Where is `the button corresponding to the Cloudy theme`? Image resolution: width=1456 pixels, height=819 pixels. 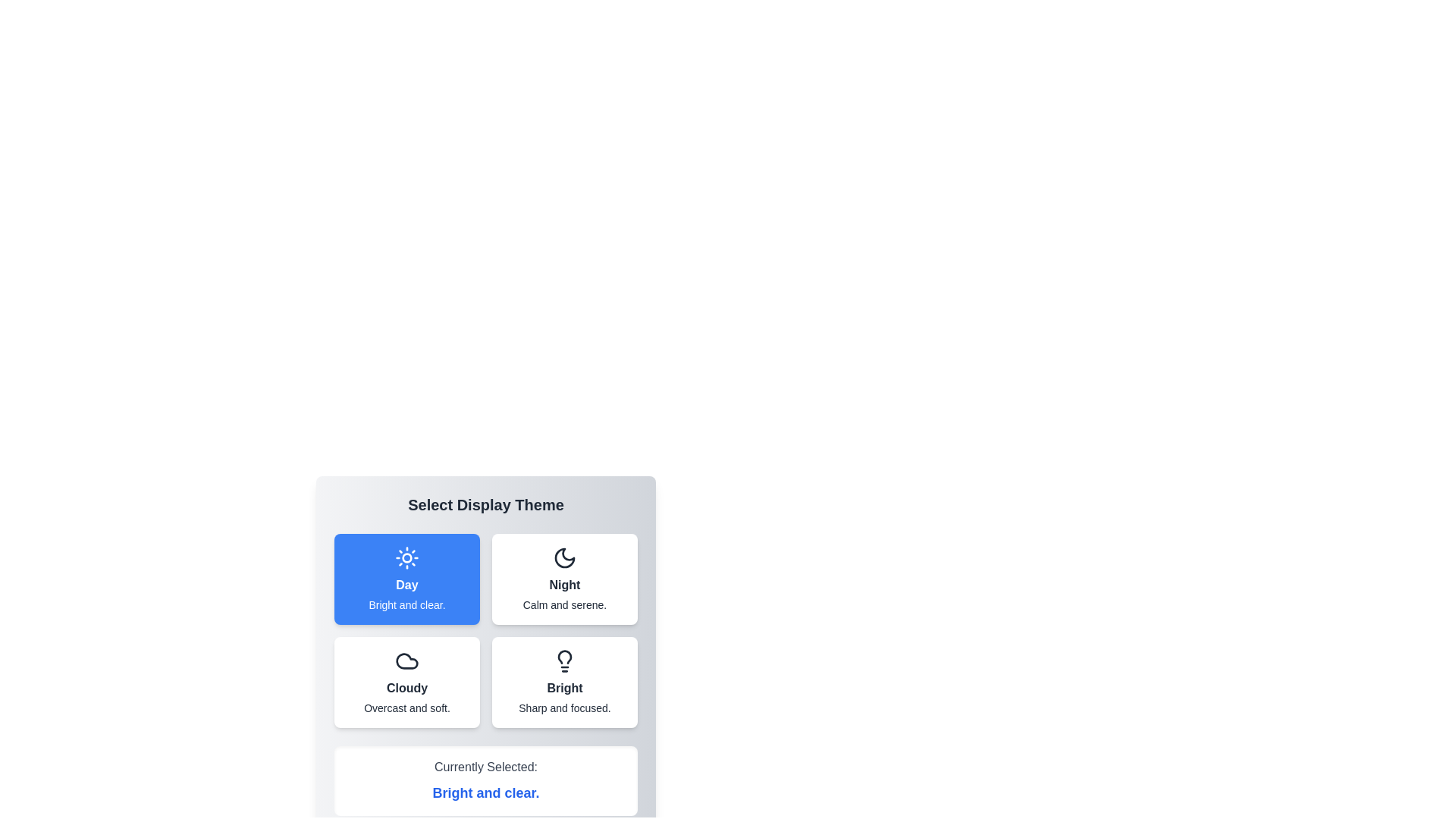
the button corresponding to the Cloudy theme is located at coordinates (407, 681).